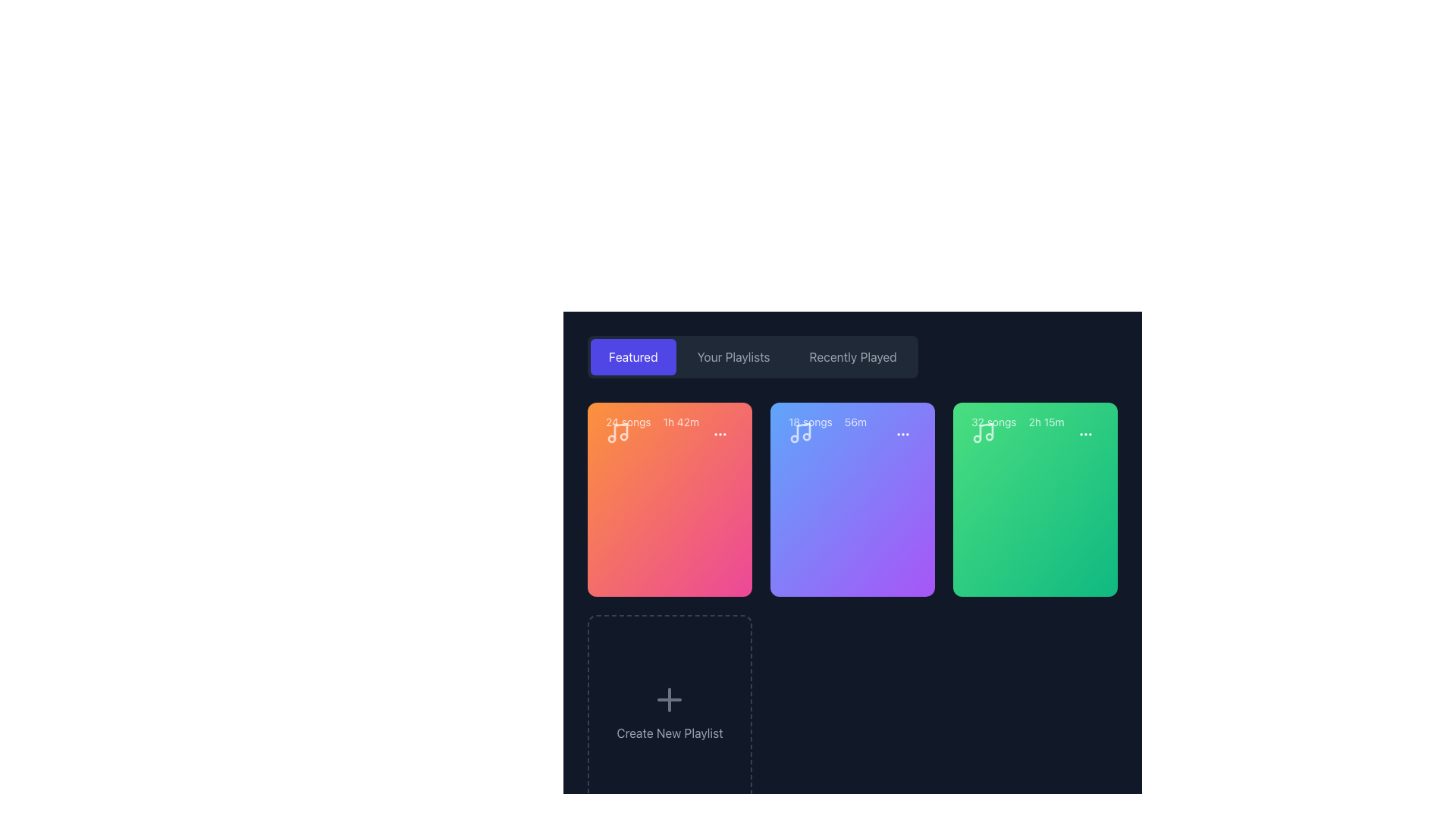 This screenshot has width=1456, height=819. What do you see at coordinates (720, 435) in the screenshot?
I see `the circular button with three horizontal dots located at the top-right corner of the salmon-colored card` at bounding box center [720, 435].